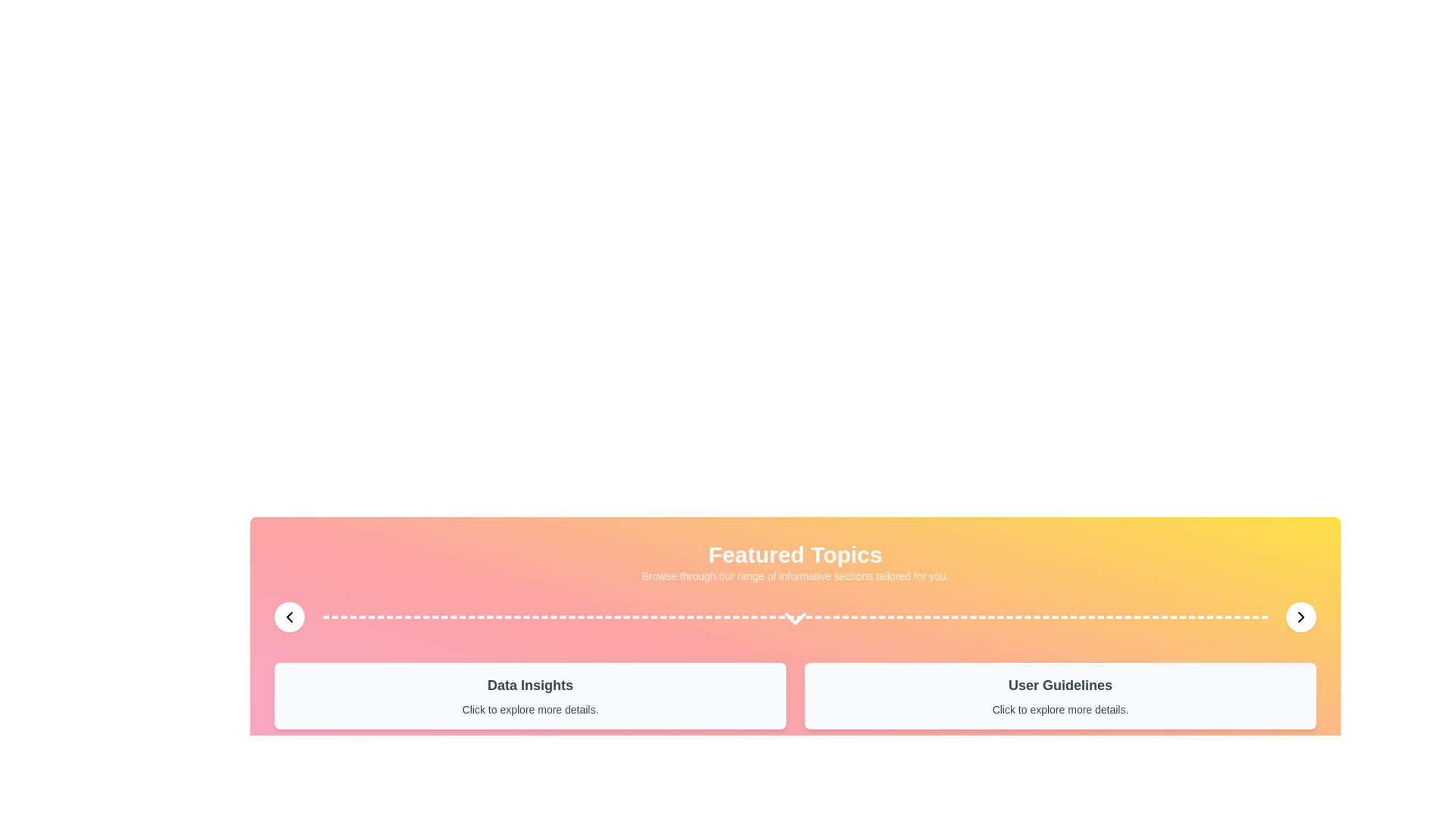 This screenshot has height=819, width=1456. Describe the element at coordinates (530, 685) in the screenshot. I see `title text located at the top of the left card in the bottom section of the interface, above the text 'Click to explore more details.'` at that location.